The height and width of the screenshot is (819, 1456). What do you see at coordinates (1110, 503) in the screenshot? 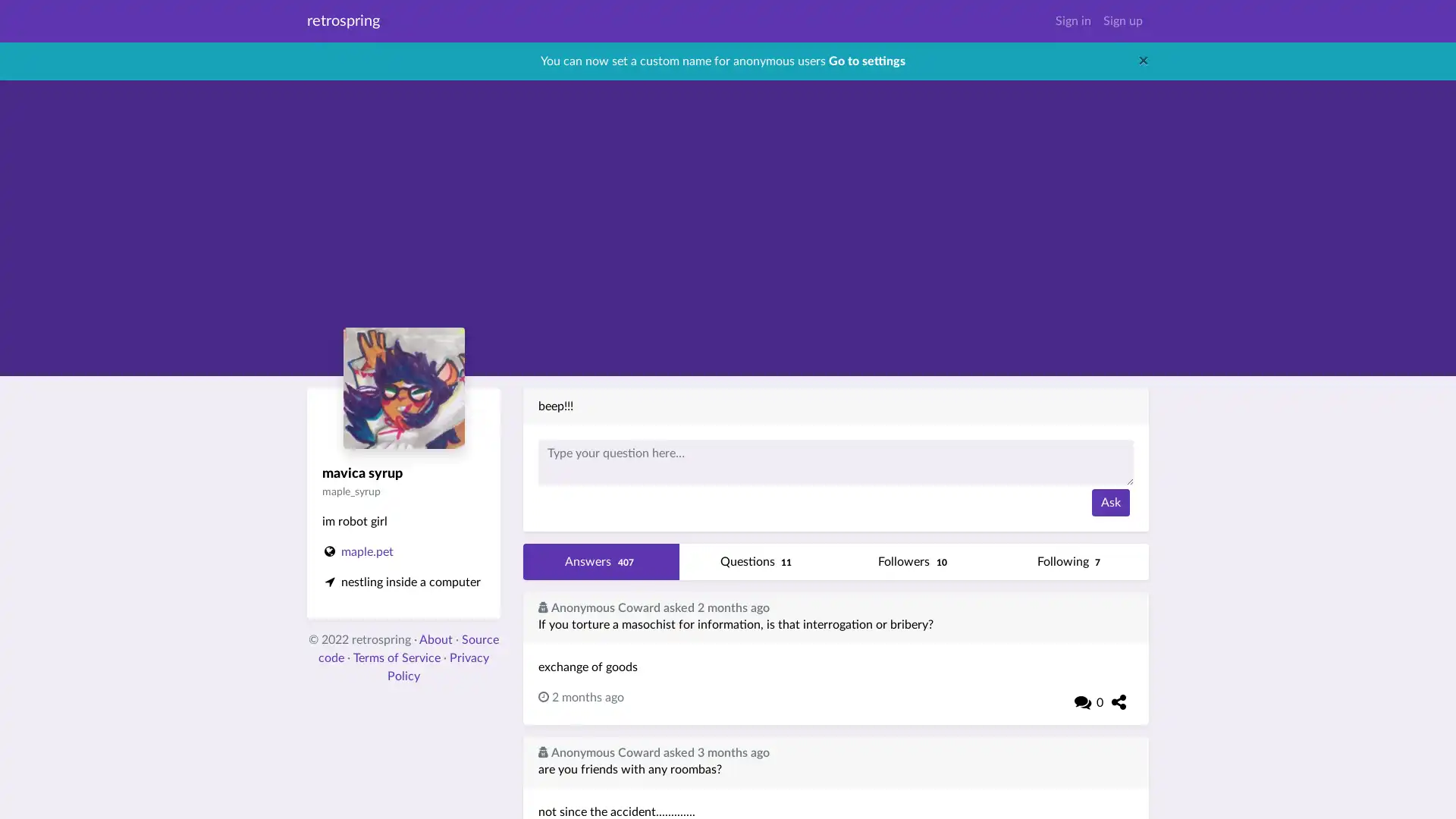
I see `Ask` at bounding box center [1110, 503].